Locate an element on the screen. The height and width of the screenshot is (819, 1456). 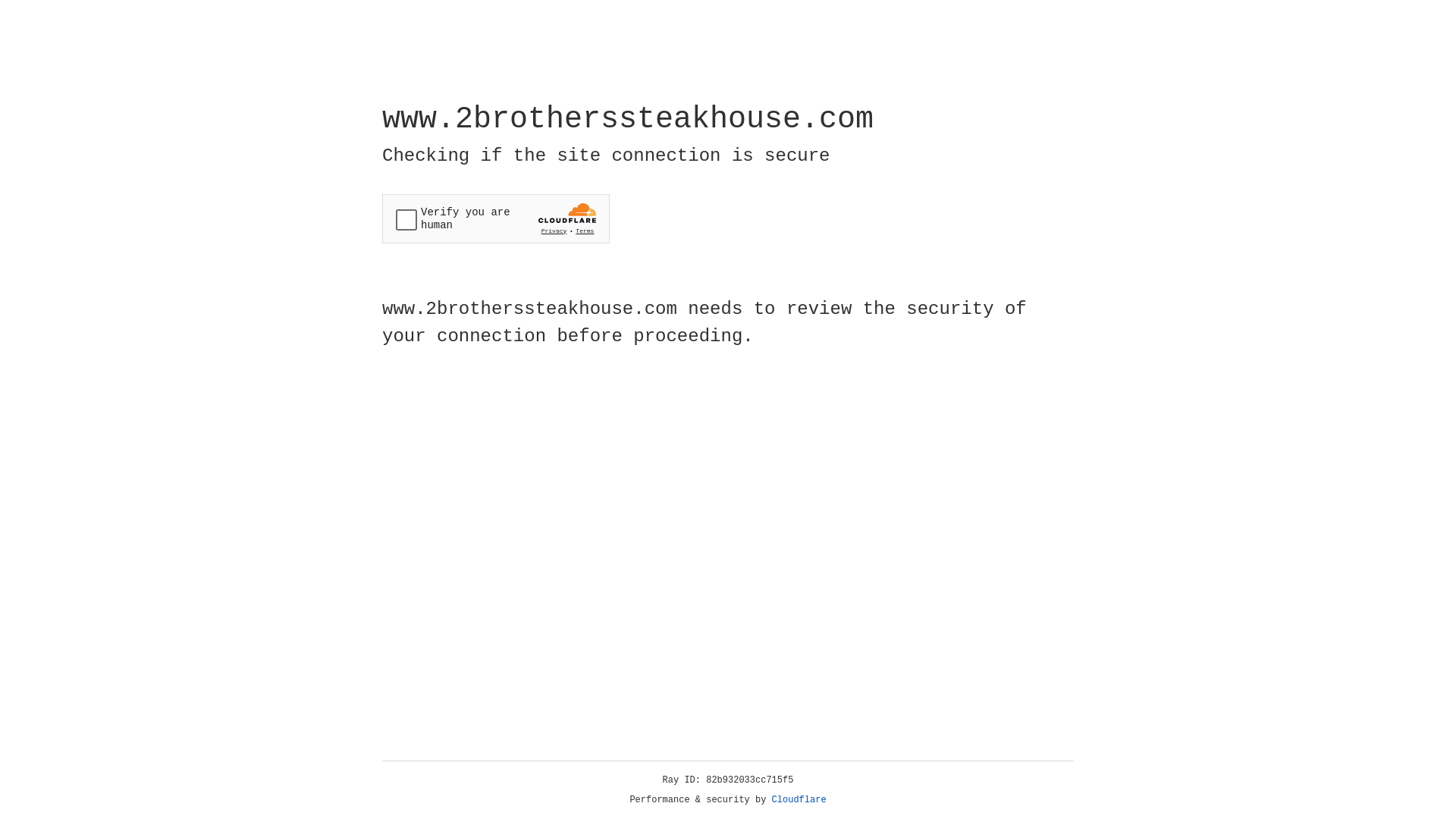
'Cloudflare' is located at coordinates (799, 799).